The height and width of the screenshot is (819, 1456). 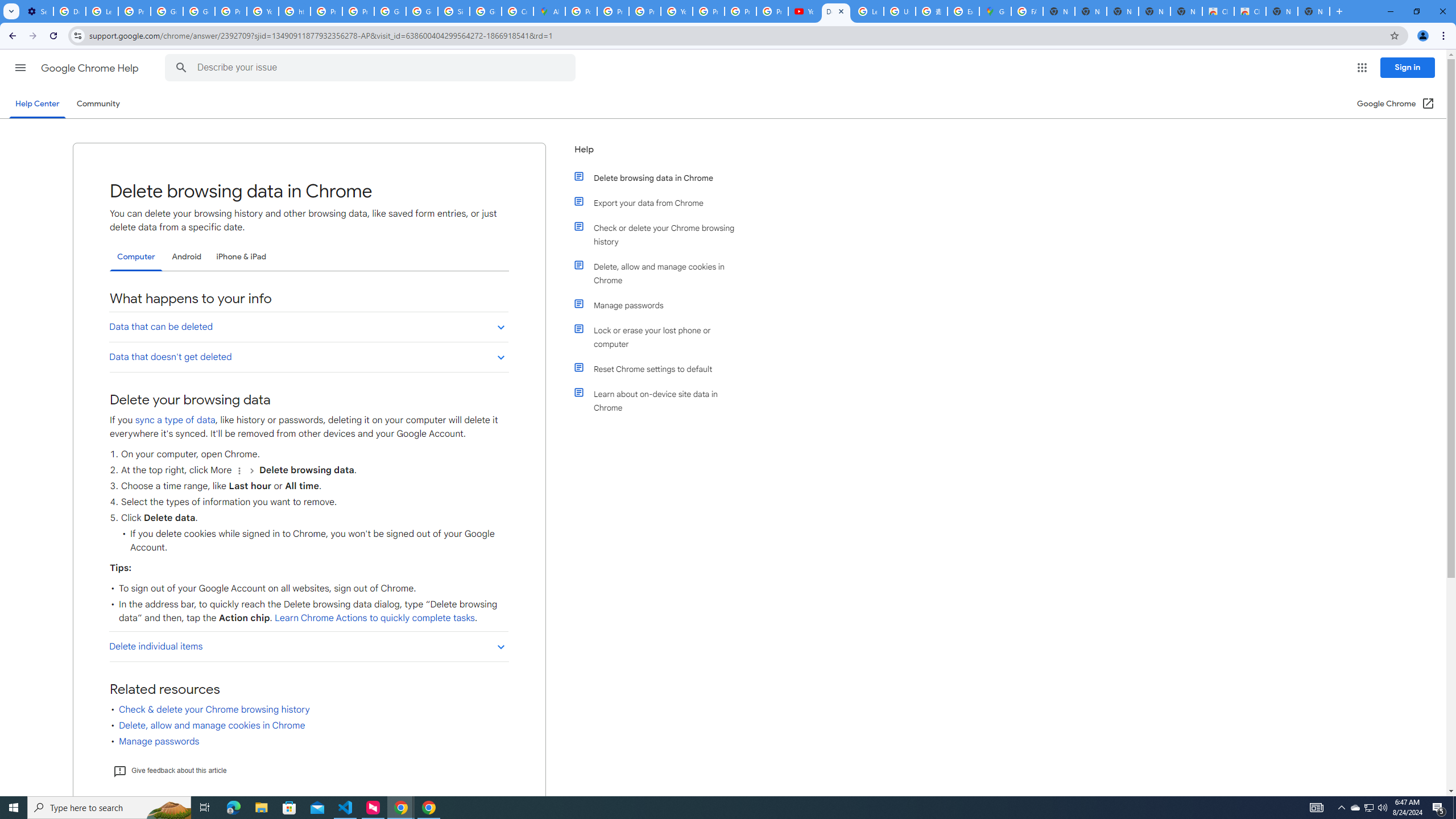 What do you see at coordinates (239, 470) in the screenshot?
I see `'More'` at bounding box center [239, 470].